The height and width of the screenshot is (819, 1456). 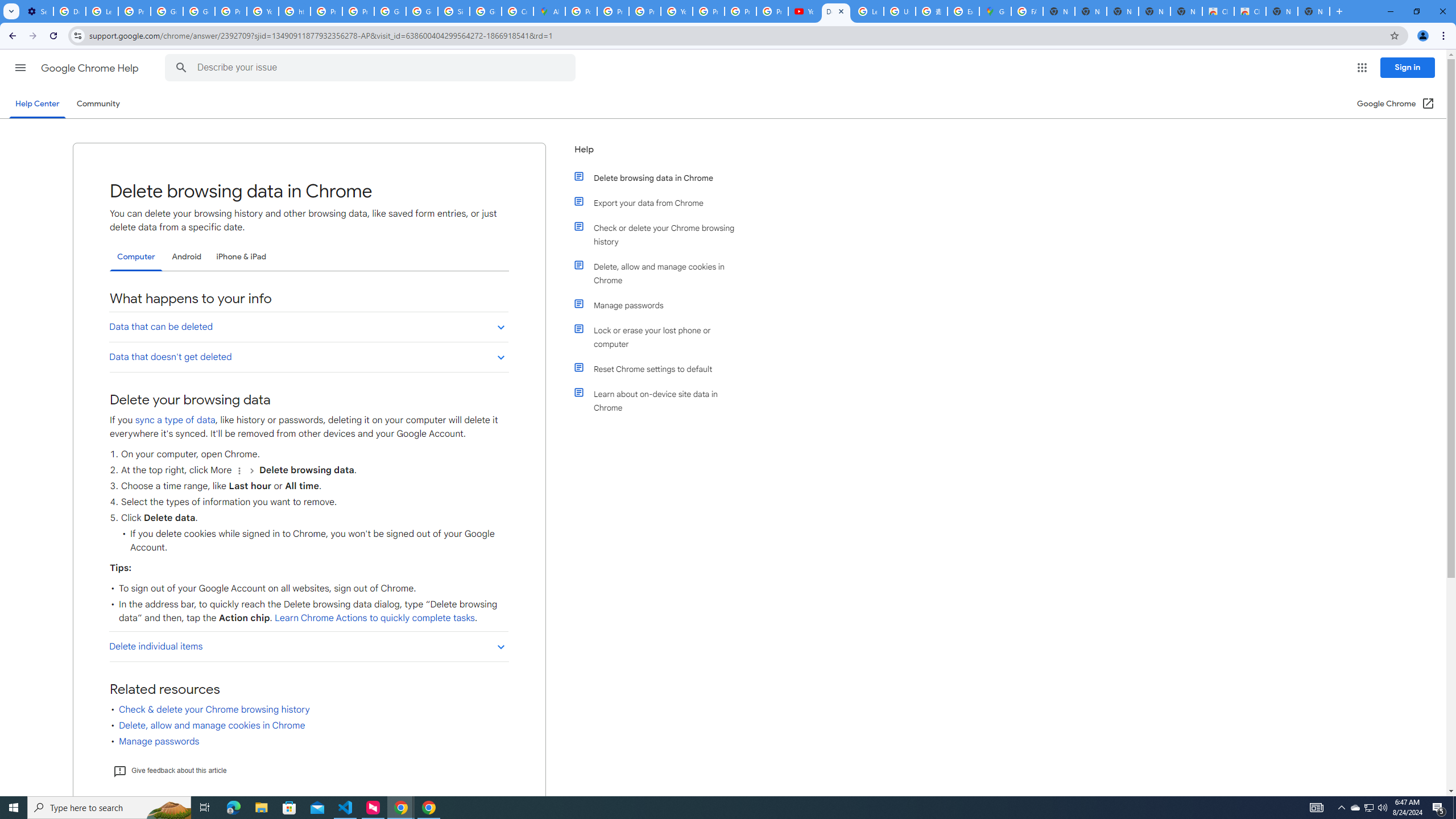 What do you see at coordinates (239, 470) in the screenshot?
I see `'More'` at bounding box center [239, 470].